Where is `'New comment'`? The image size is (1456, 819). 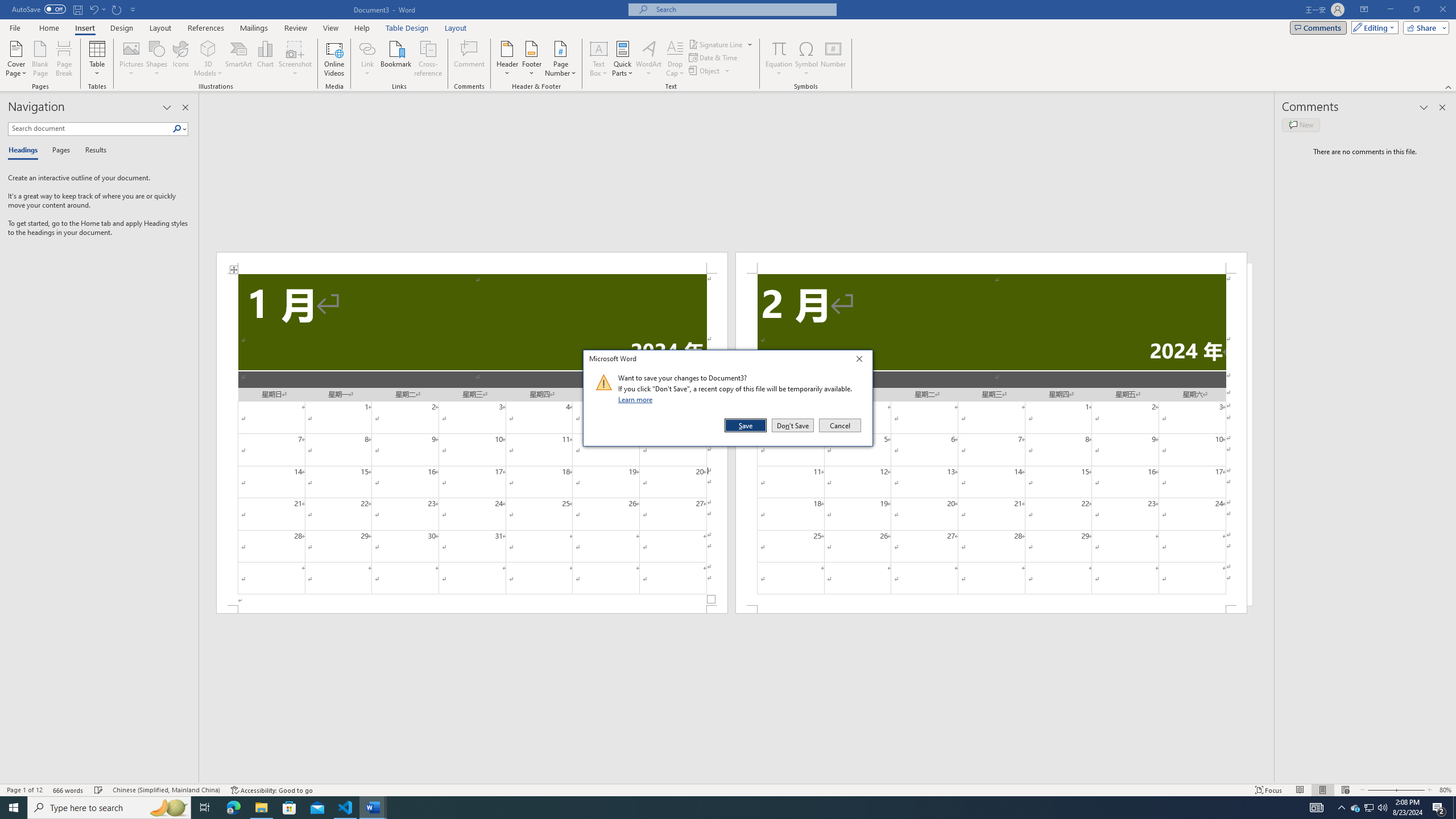 'New comment' is located at coordinates (1300, 124).